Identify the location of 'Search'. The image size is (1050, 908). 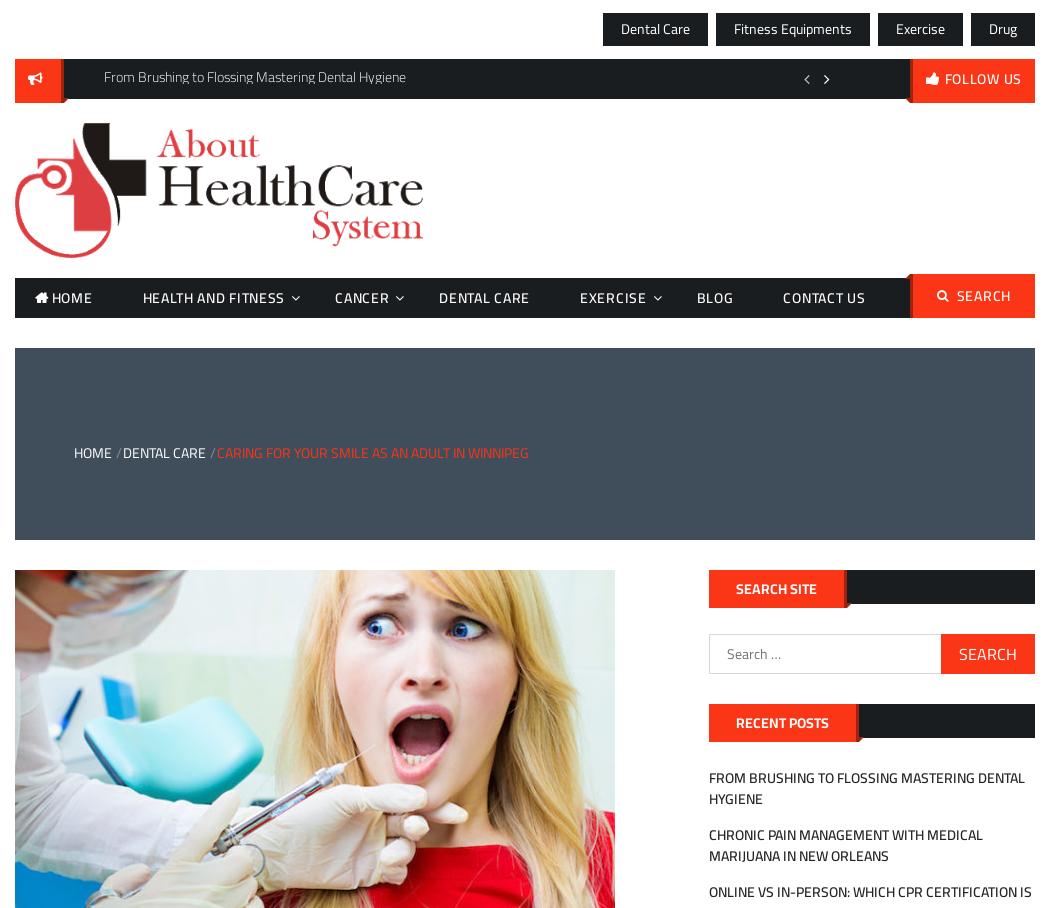
(983, 296).